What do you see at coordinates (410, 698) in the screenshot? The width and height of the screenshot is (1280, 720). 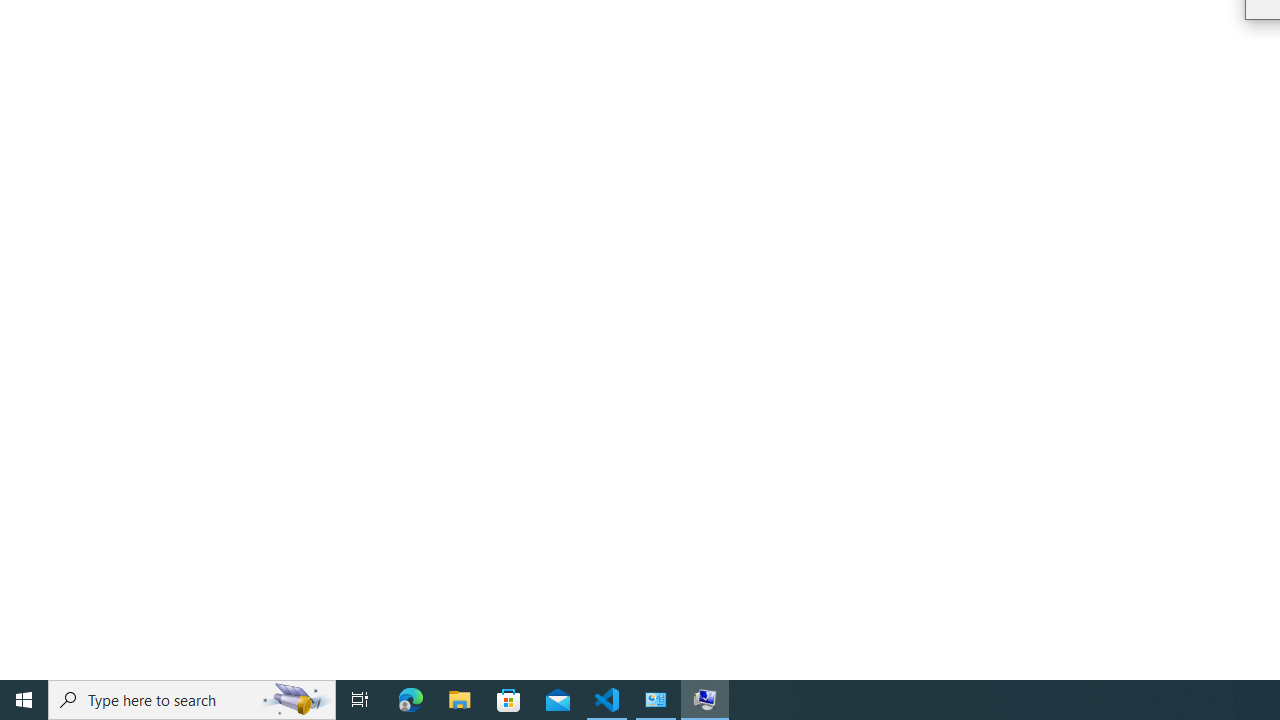 I see `'Microsoft Edge'` at bounding box center [410, 698].